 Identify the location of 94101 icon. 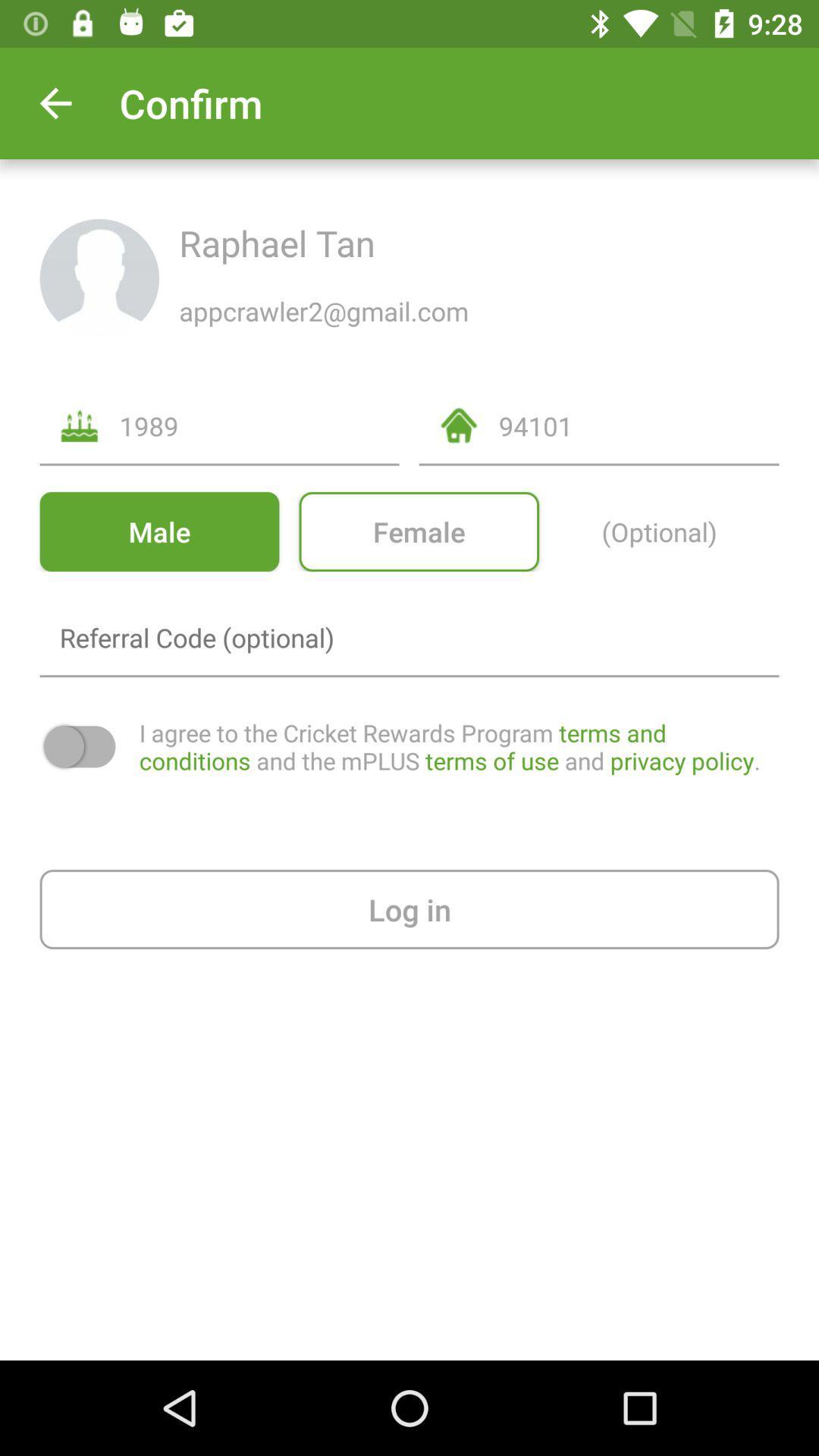
(639, 425).